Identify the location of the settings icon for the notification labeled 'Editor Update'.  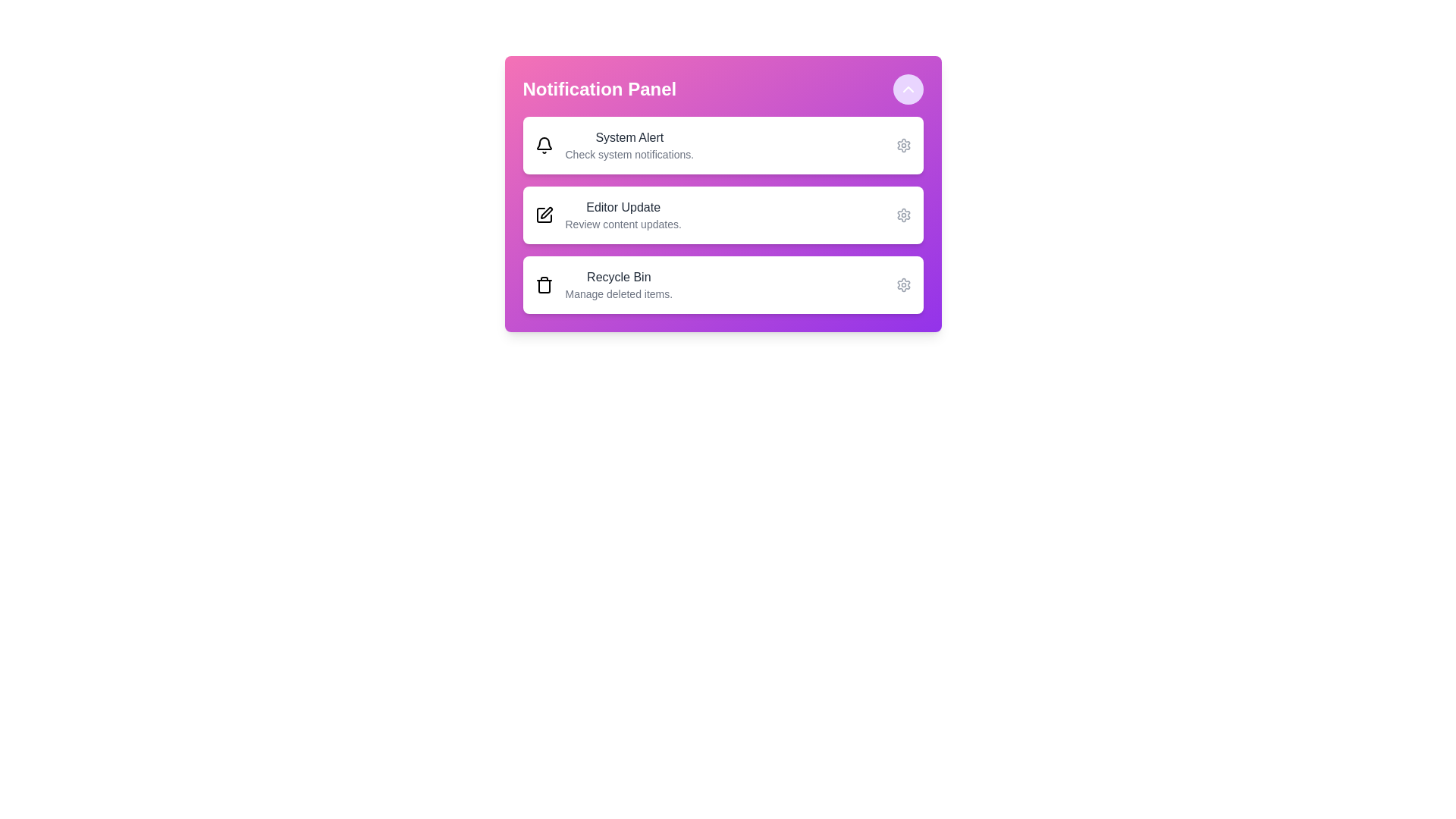
(903, 215).